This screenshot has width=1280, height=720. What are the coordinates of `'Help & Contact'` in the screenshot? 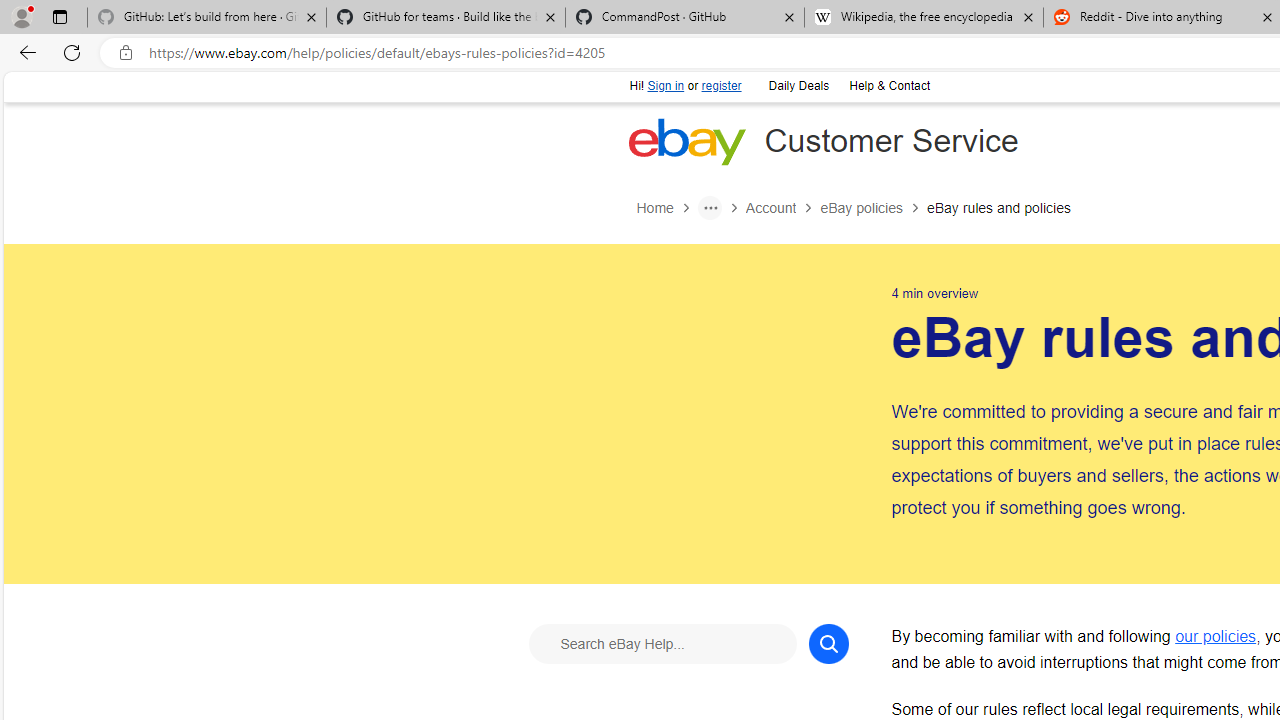 It's located at (887, 83).